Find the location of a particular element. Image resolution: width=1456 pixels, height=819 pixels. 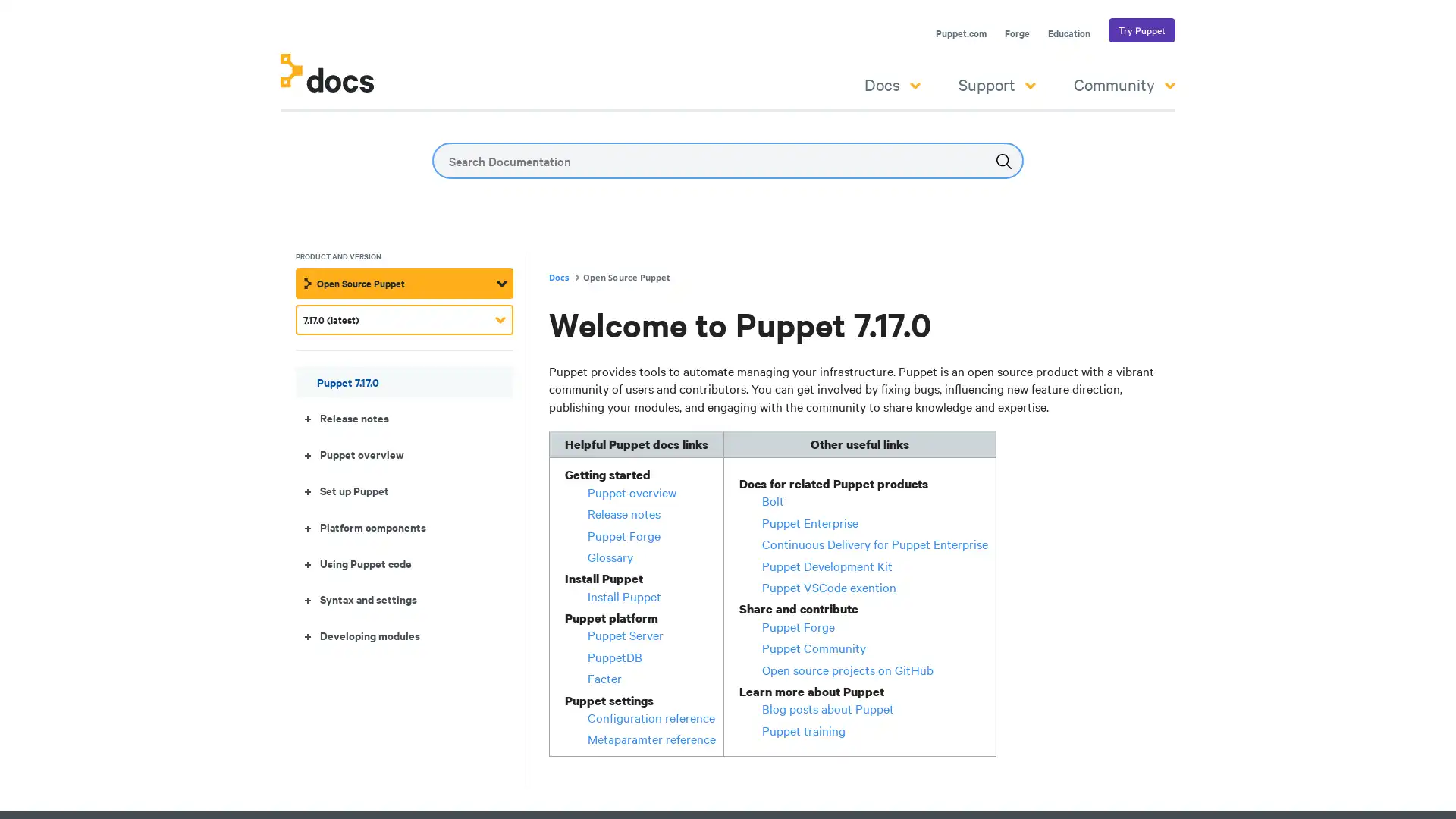

Open Source Puppet is located at coordinates (404, 283).